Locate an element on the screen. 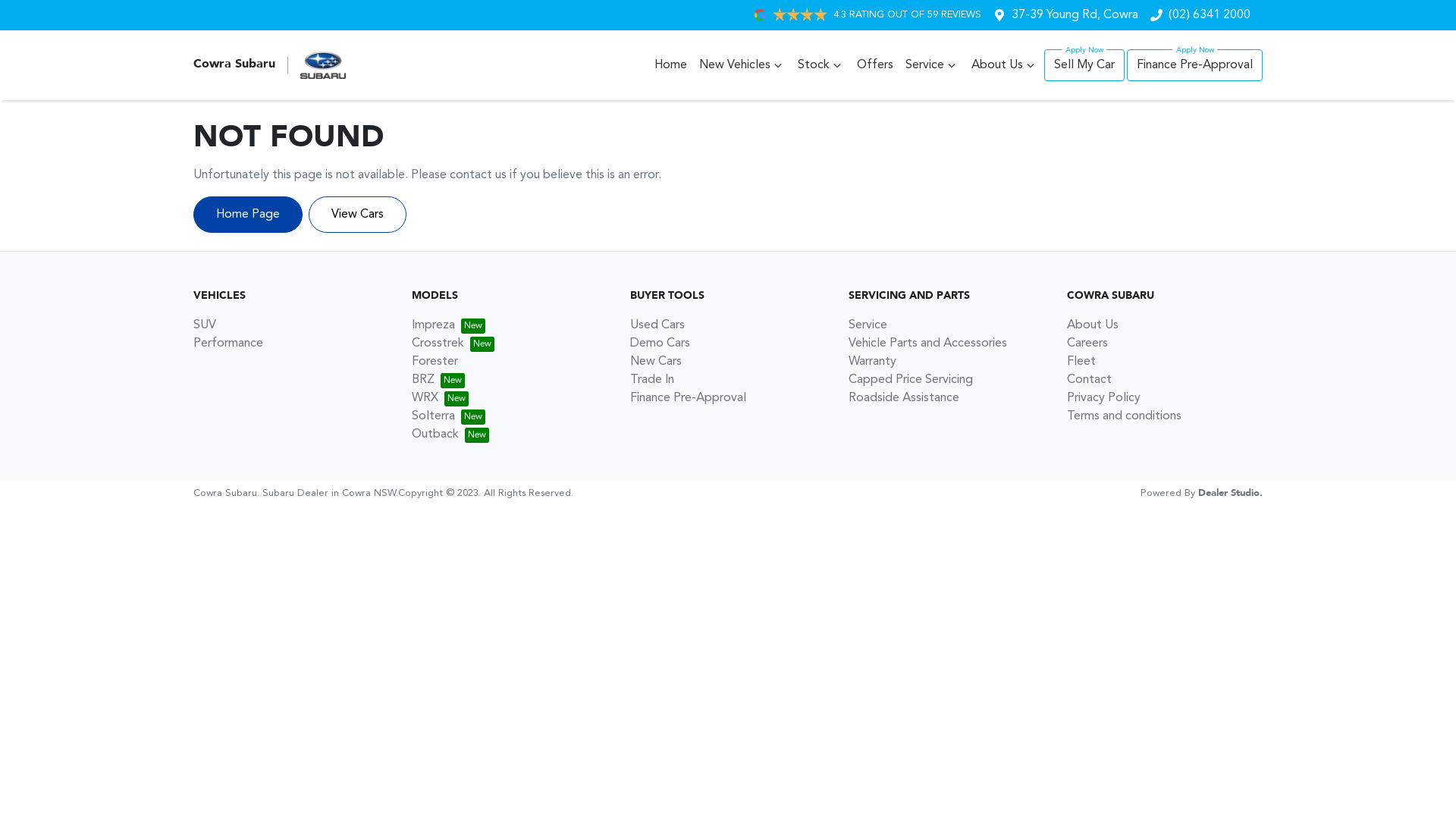 The image size is (1456, 819). 'Vehicle Parts and Accessories' is located at coordinates (927, 343).